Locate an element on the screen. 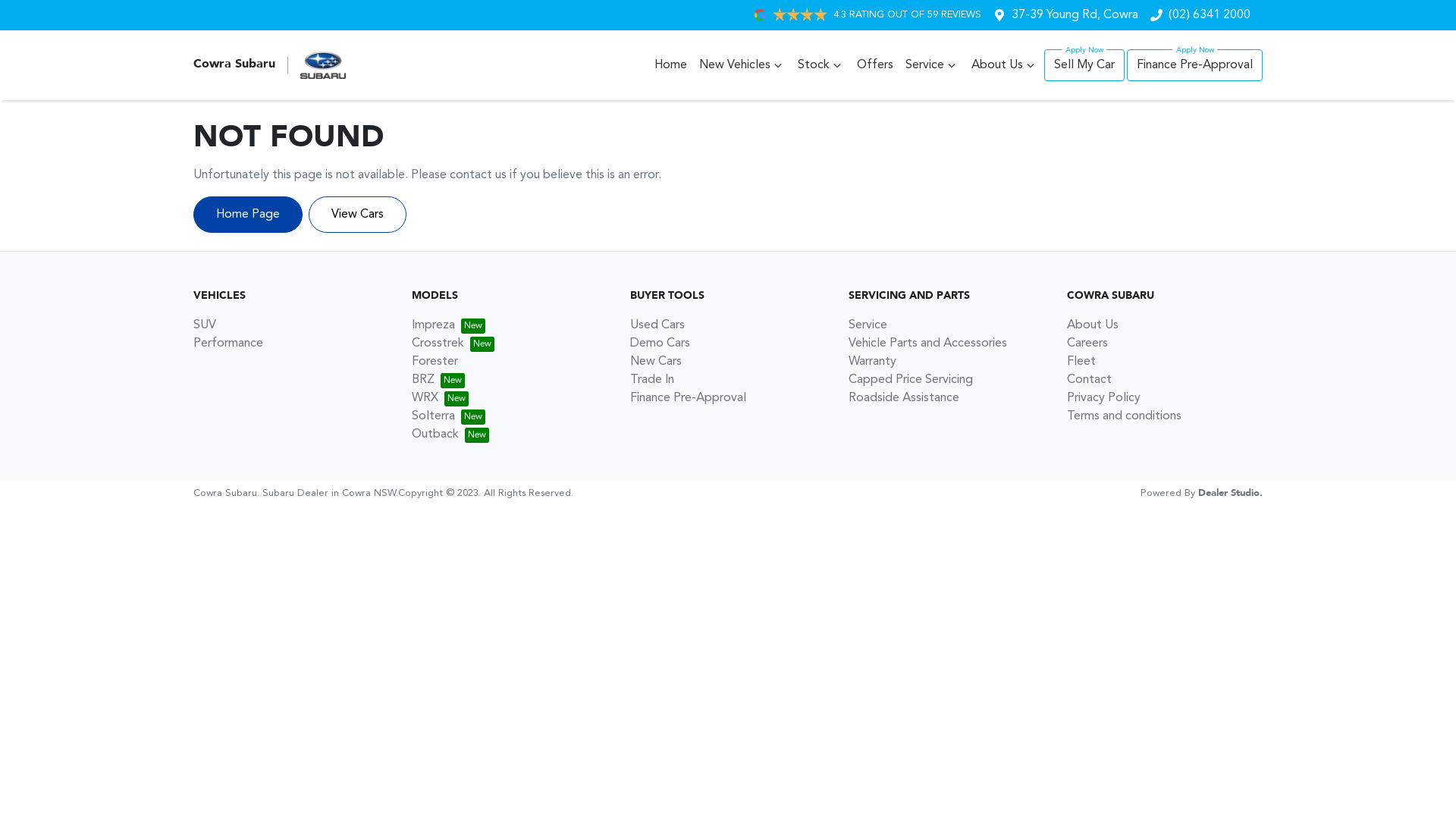 The image size is (1456, 819). 'Vehicle Parts and Accessories' is located at coordinates (927, 343).